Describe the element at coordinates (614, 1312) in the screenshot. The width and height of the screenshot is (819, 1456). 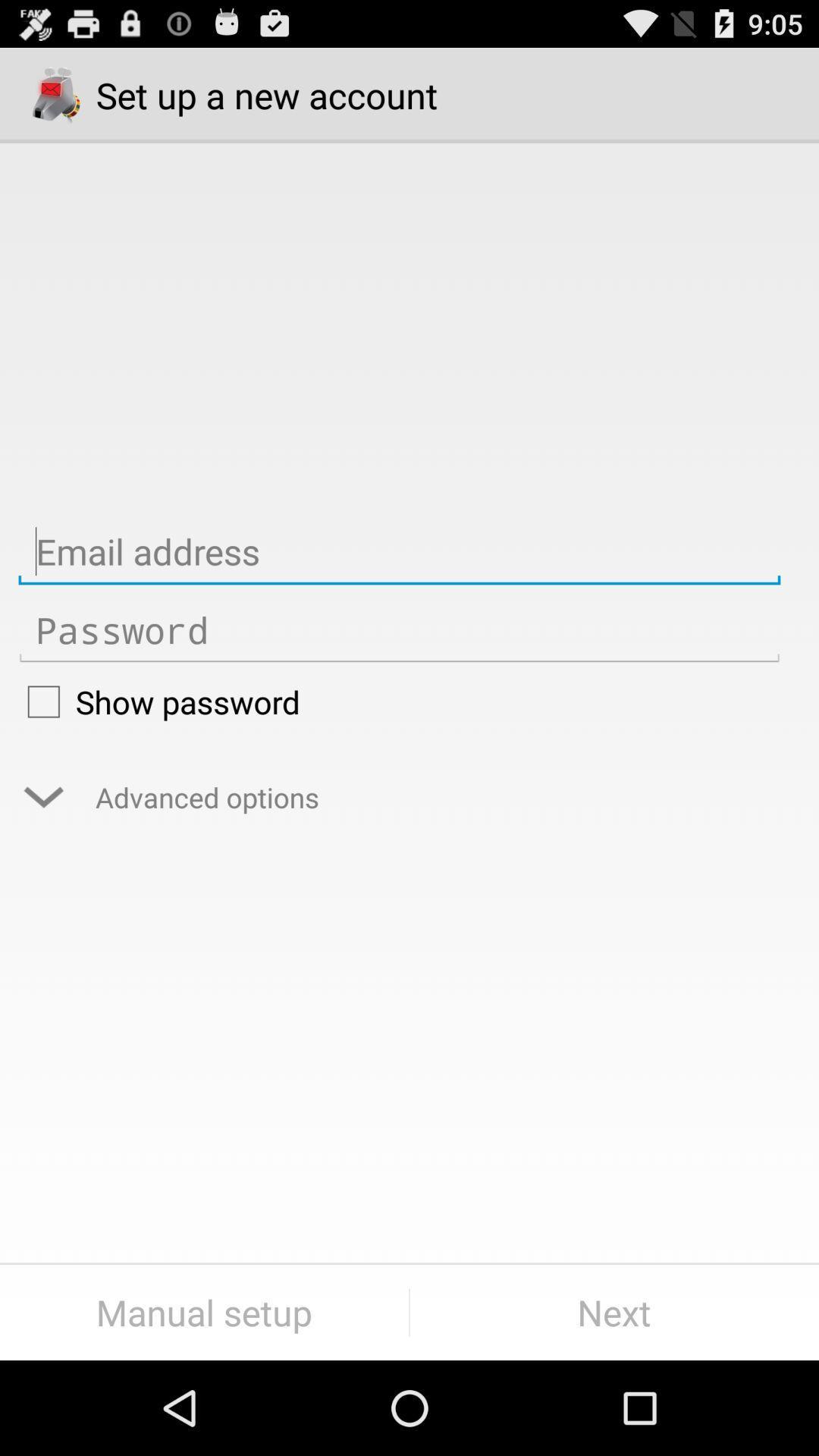
I see `the next icon` at that location.